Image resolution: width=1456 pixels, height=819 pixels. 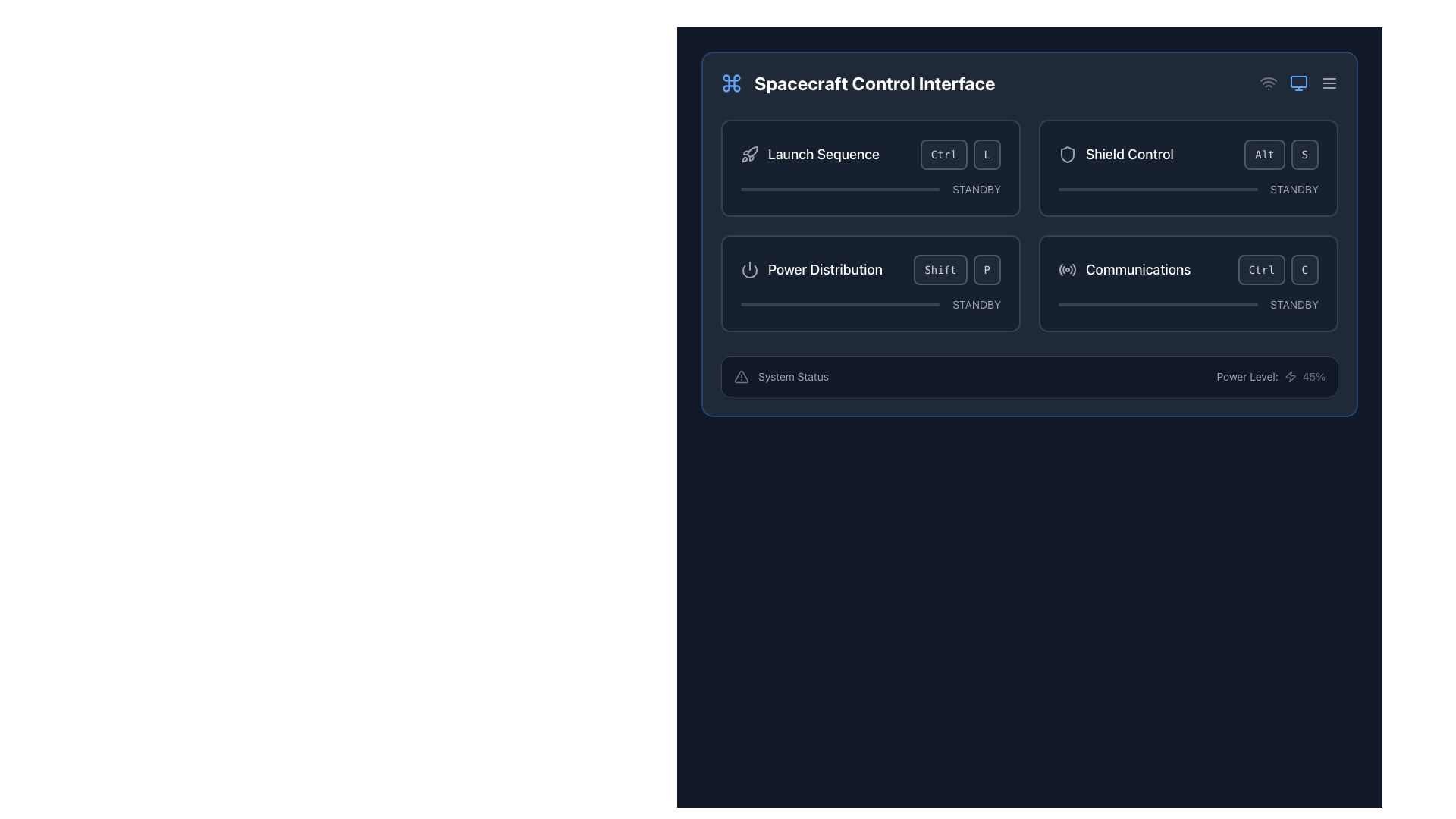 I want to click on the power symbol icon located in the 'Power Distribution' section, which visually indicates the feature's purpose, so click(x=749, y=268).